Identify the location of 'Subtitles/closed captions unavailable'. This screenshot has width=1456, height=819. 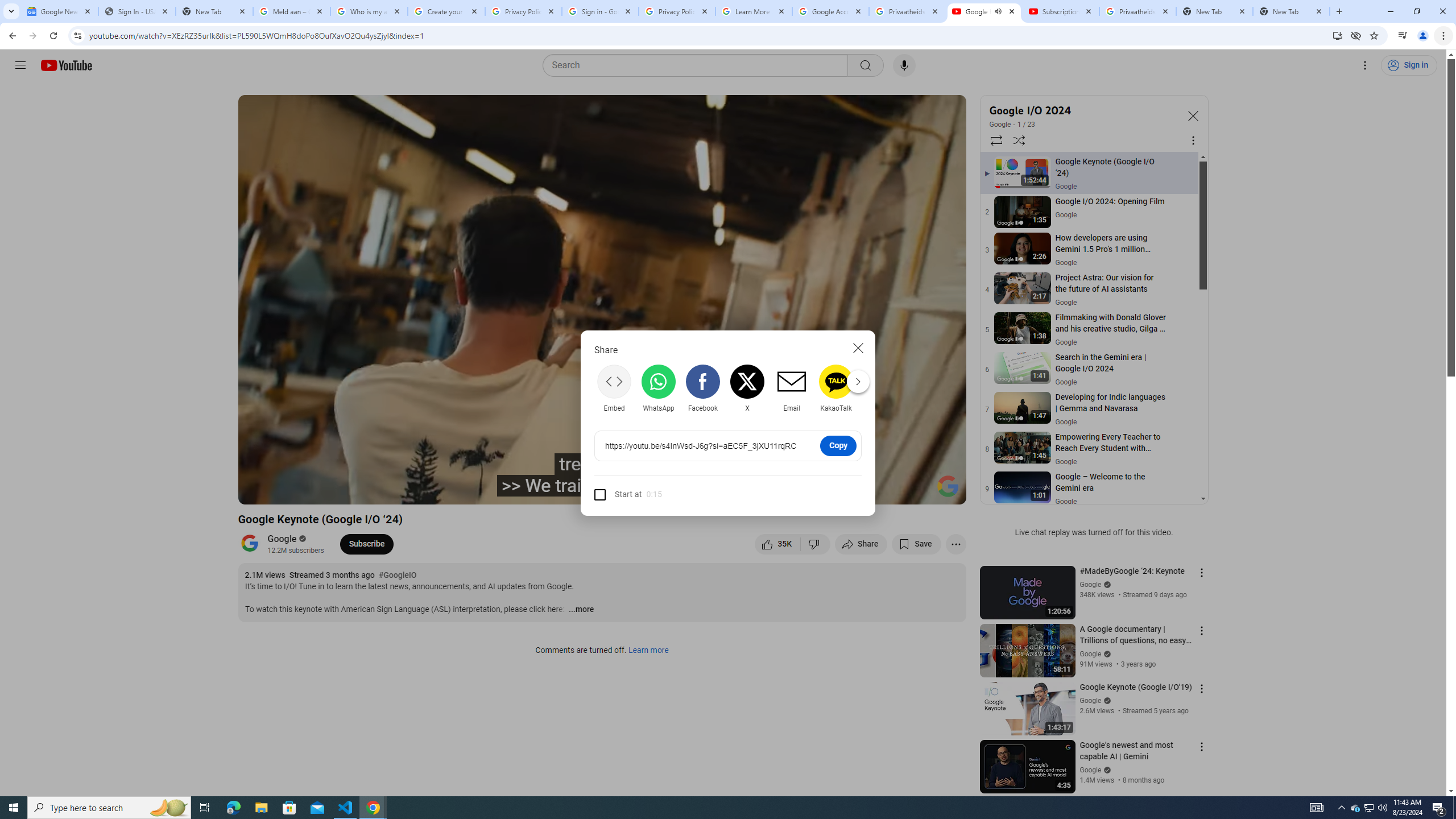
(835, 490).